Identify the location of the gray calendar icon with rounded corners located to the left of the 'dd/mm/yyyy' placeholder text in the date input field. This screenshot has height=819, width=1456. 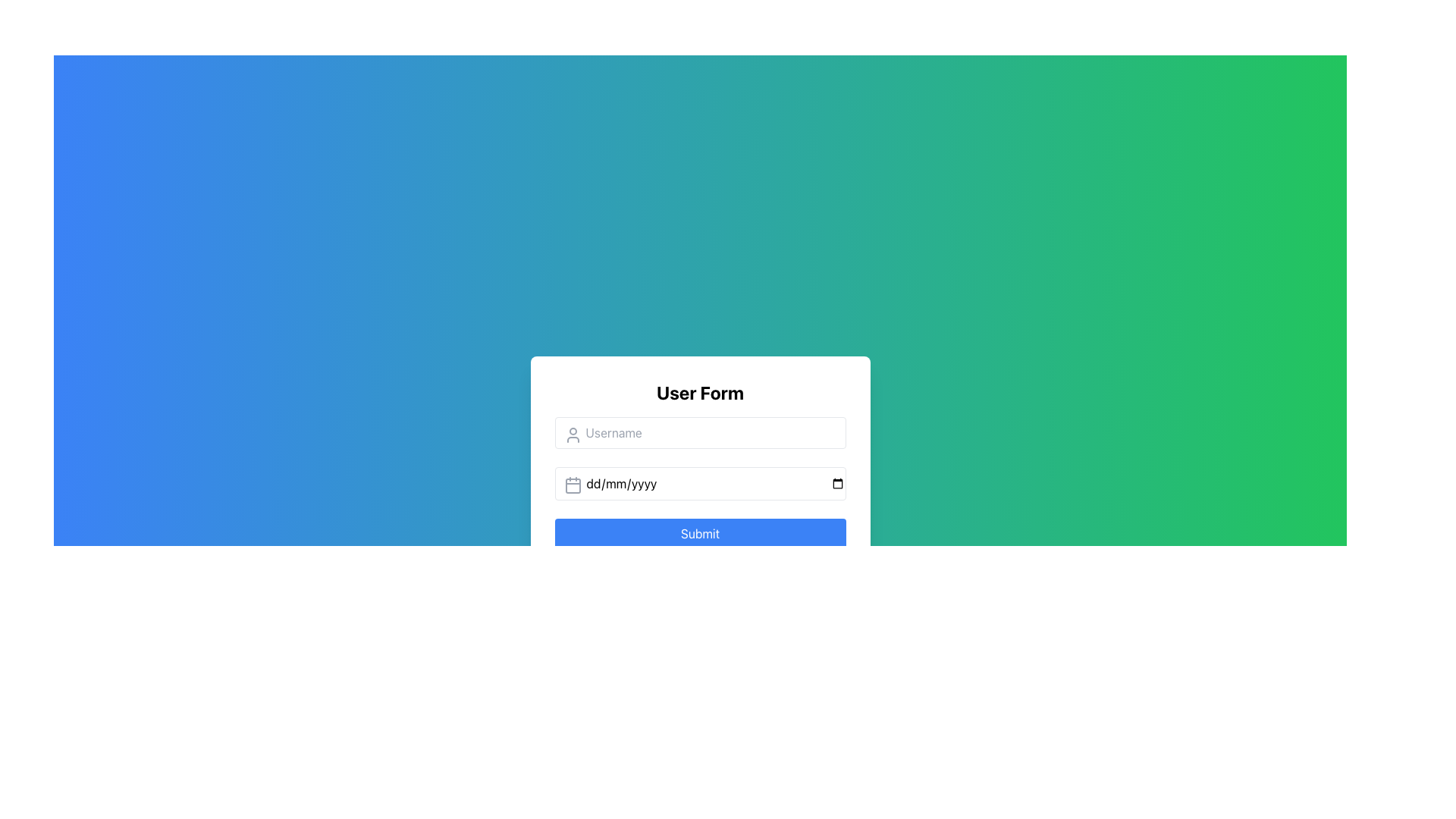
(572, 485).